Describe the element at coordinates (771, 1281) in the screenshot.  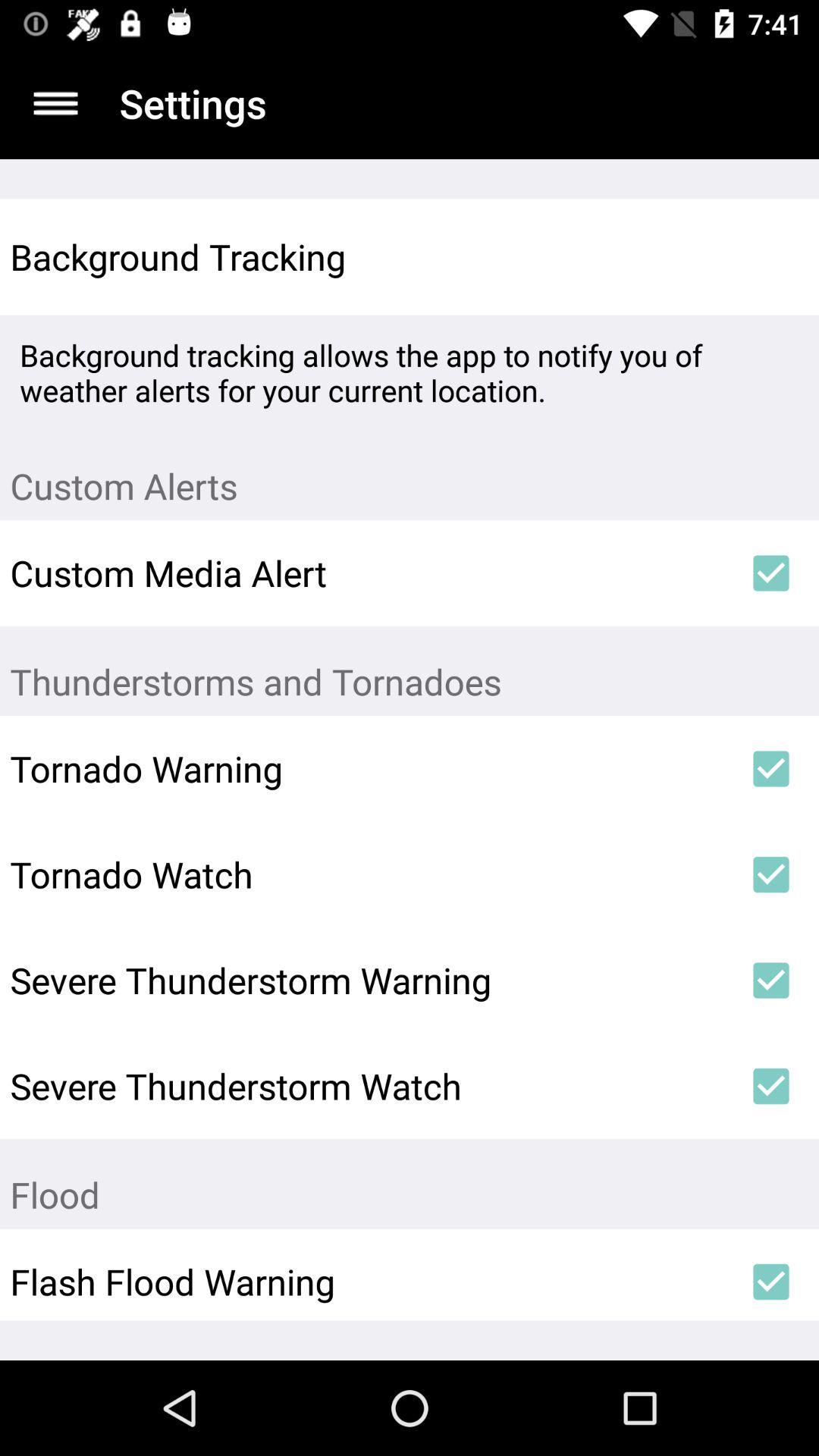
I see `the icon next to the flash flood warning item` at that location.